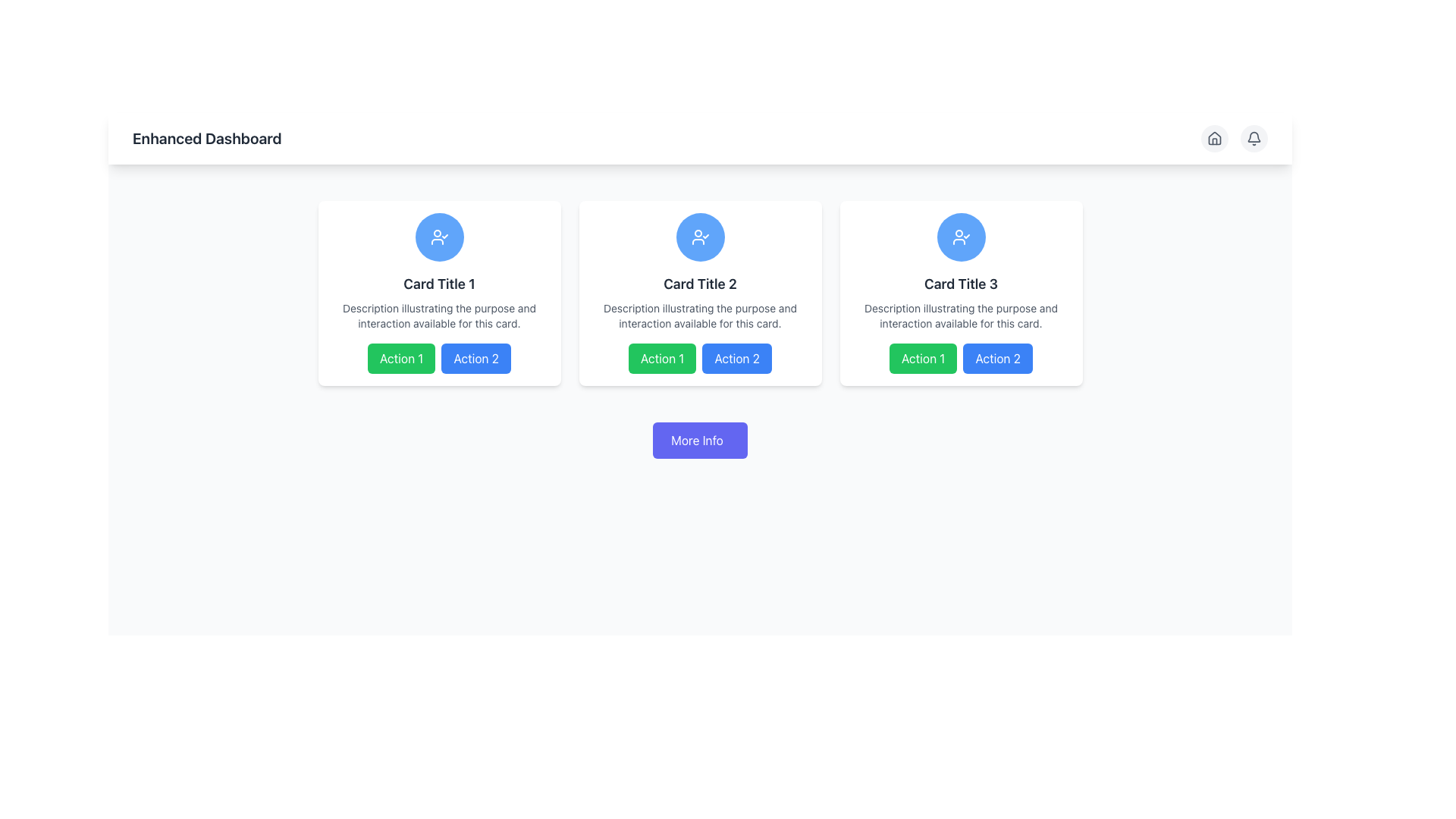 The image size is (1456, 819). What do you see at coordinates (475, 359) in the screenshot?
I see `the button labeled 'Action 2' located to the right of the 'Action 1' button within the 'Card Title 1' section` at bounding box center [475, 359].